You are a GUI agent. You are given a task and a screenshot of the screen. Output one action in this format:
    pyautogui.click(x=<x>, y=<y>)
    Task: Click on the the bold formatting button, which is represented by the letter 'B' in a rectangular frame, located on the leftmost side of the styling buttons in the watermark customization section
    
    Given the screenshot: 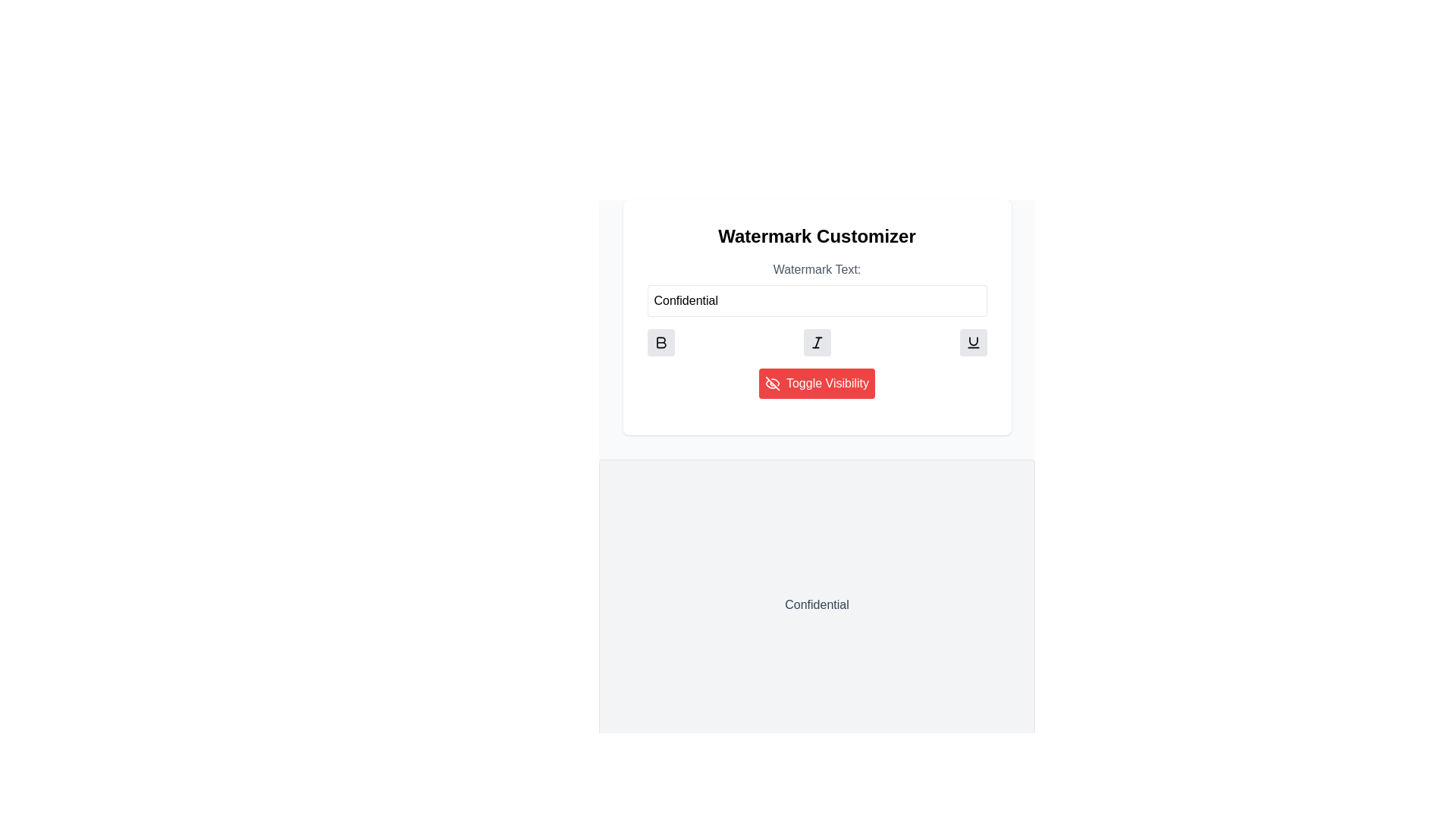 What is the action you would take?
    pyautogui.click(x=661, y=342)
    